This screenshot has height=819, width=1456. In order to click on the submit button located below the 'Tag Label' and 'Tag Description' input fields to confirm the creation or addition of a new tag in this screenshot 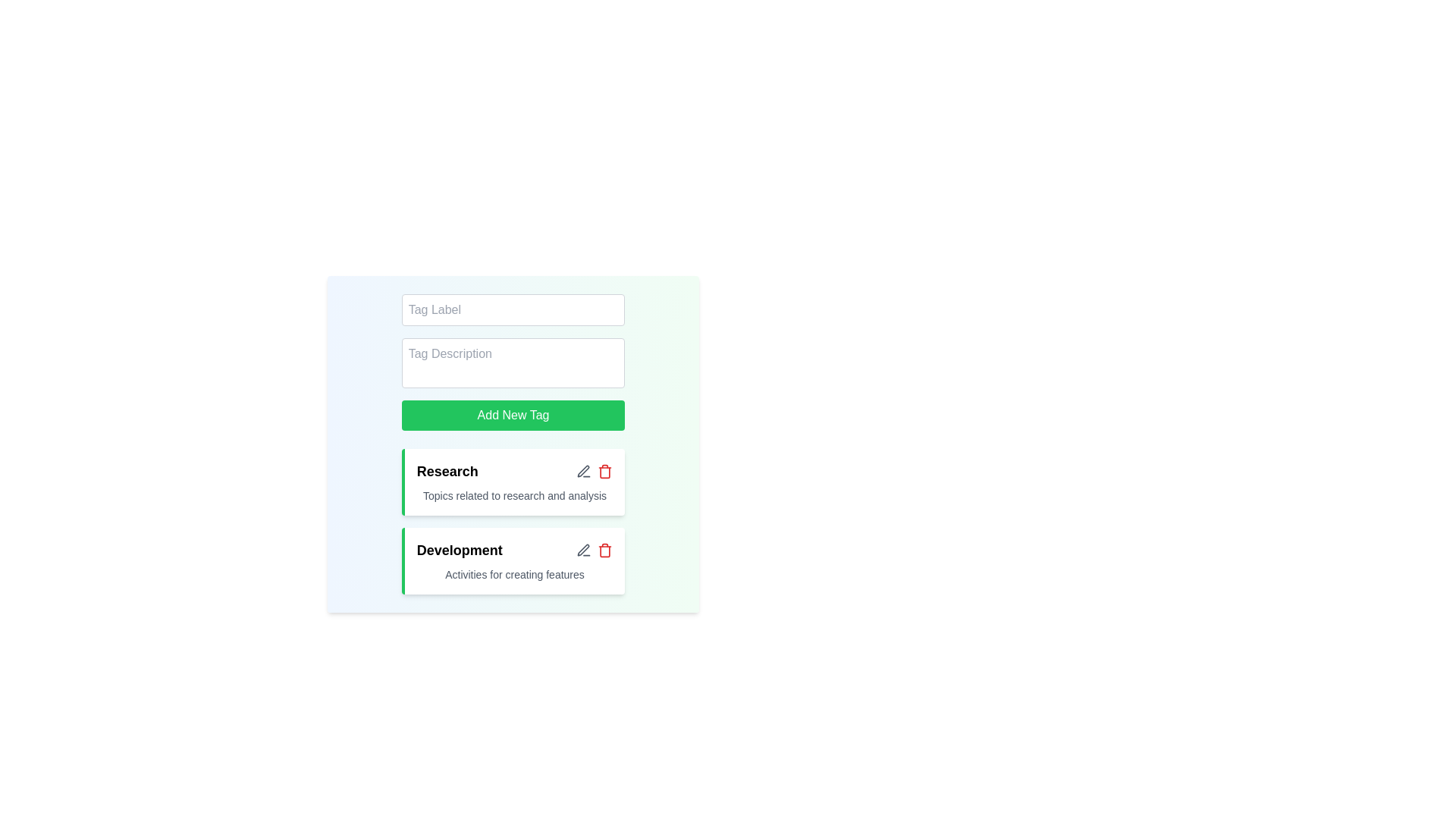, I will do `click(513, 415)`.